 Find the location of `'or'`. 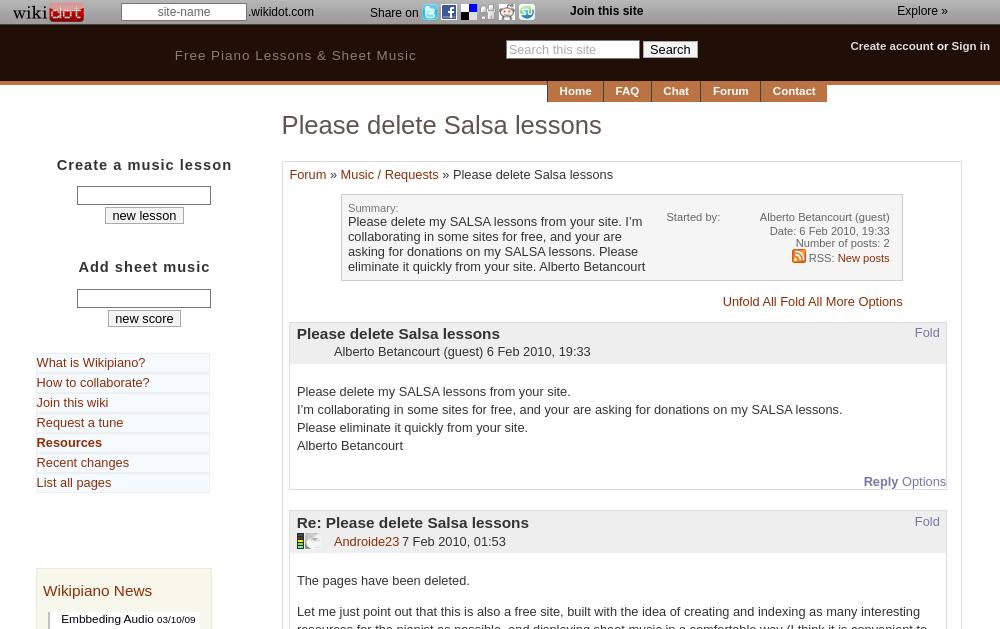

'or' is located at coordinates (941, 45).